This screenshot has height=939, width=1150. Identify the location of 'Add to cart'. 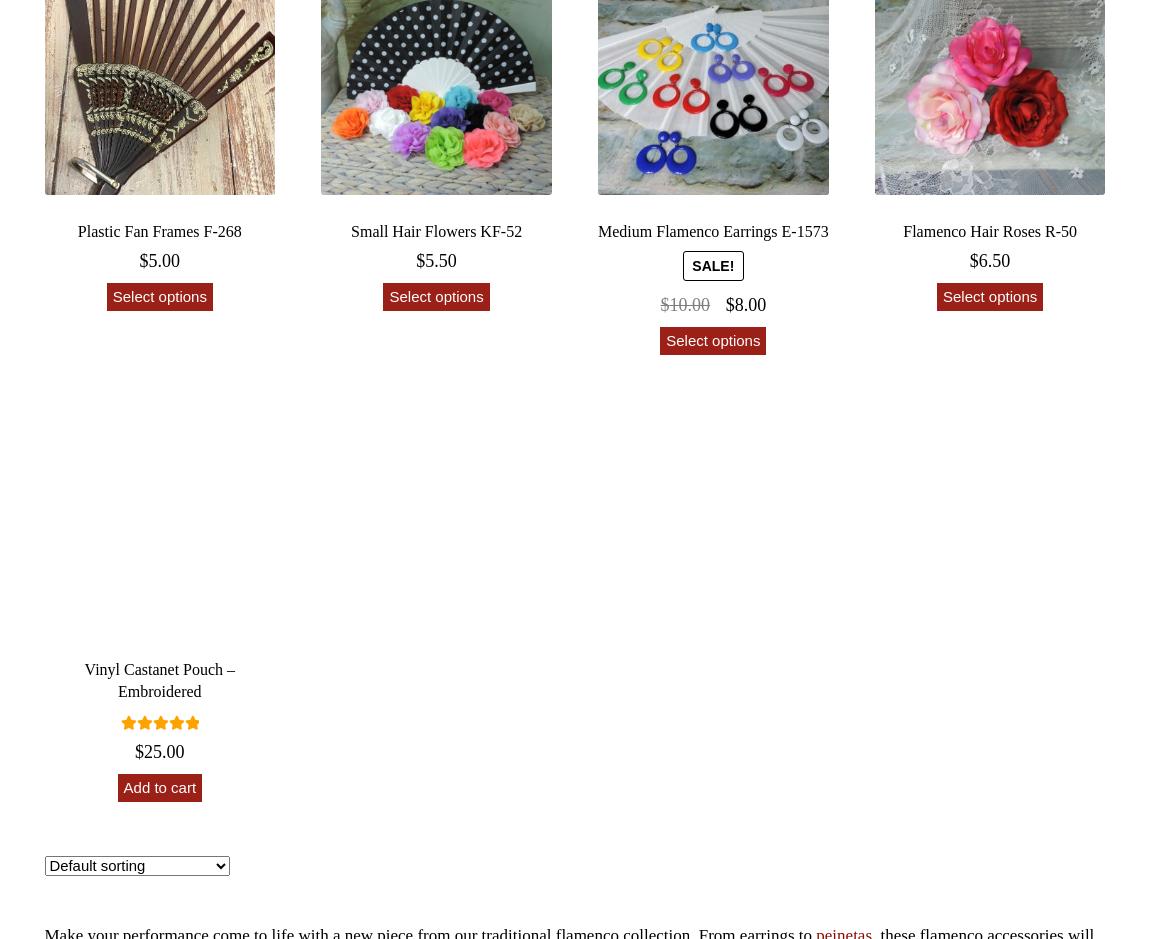
(158, 785).